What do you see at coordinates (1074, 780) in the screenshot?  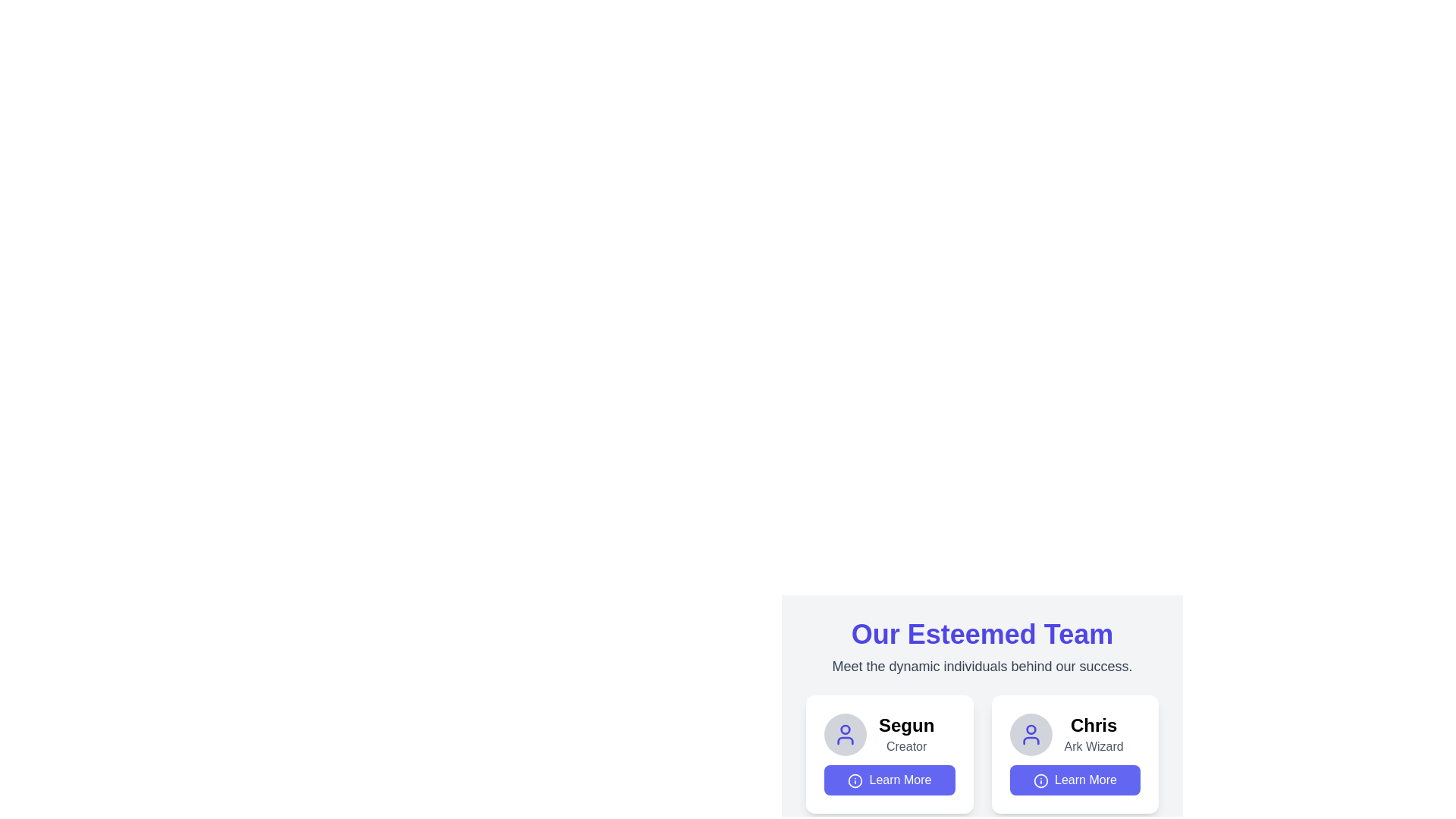 I see `the button that provides a link to additional information about 'Chris Ark Wizard' to change its background color` at bounding box center [1074, 780].